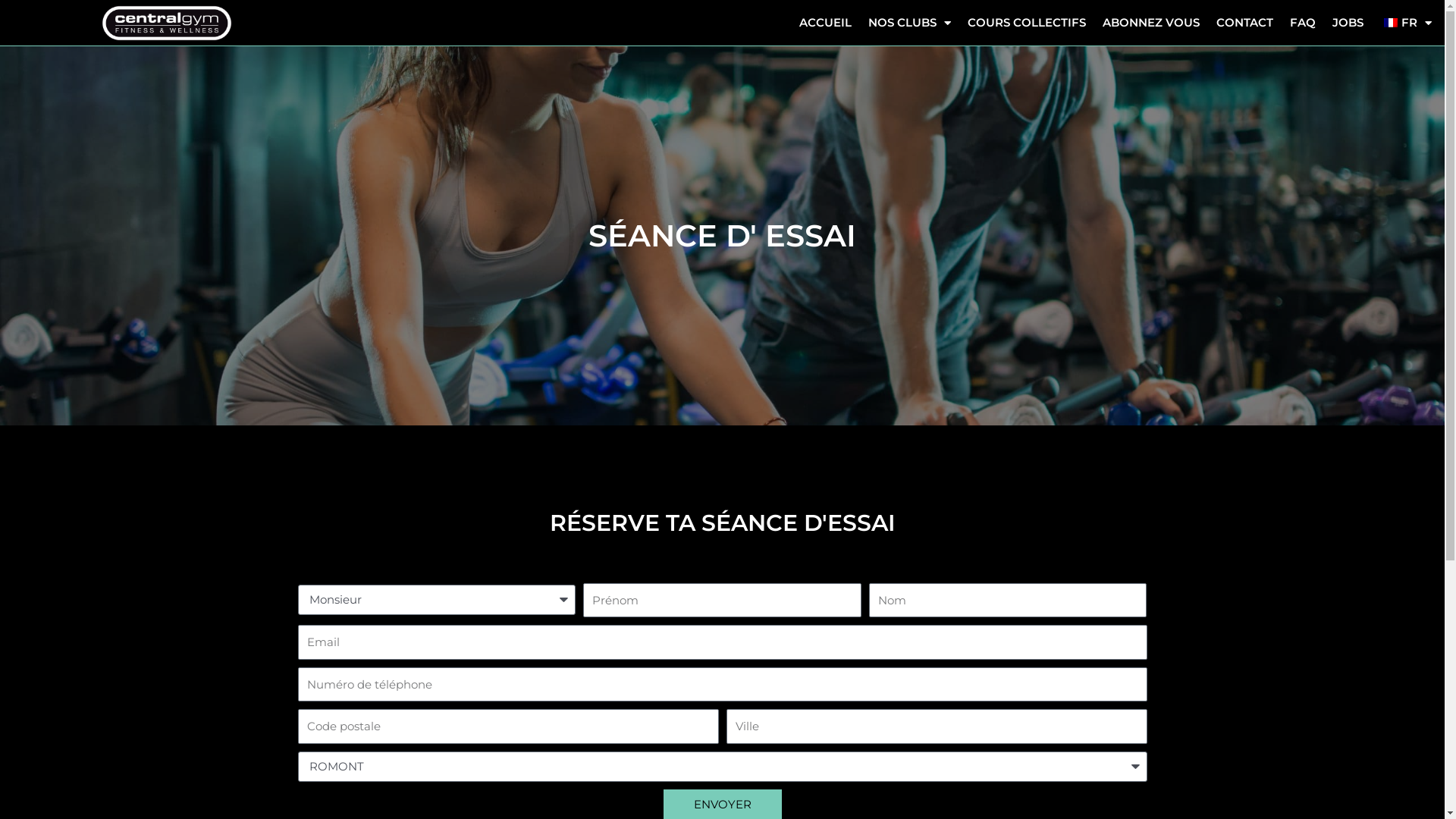 The width and height of the screenshot is (1456, 819). I want to click on 'NOS CLUBS', so click(909, 23).